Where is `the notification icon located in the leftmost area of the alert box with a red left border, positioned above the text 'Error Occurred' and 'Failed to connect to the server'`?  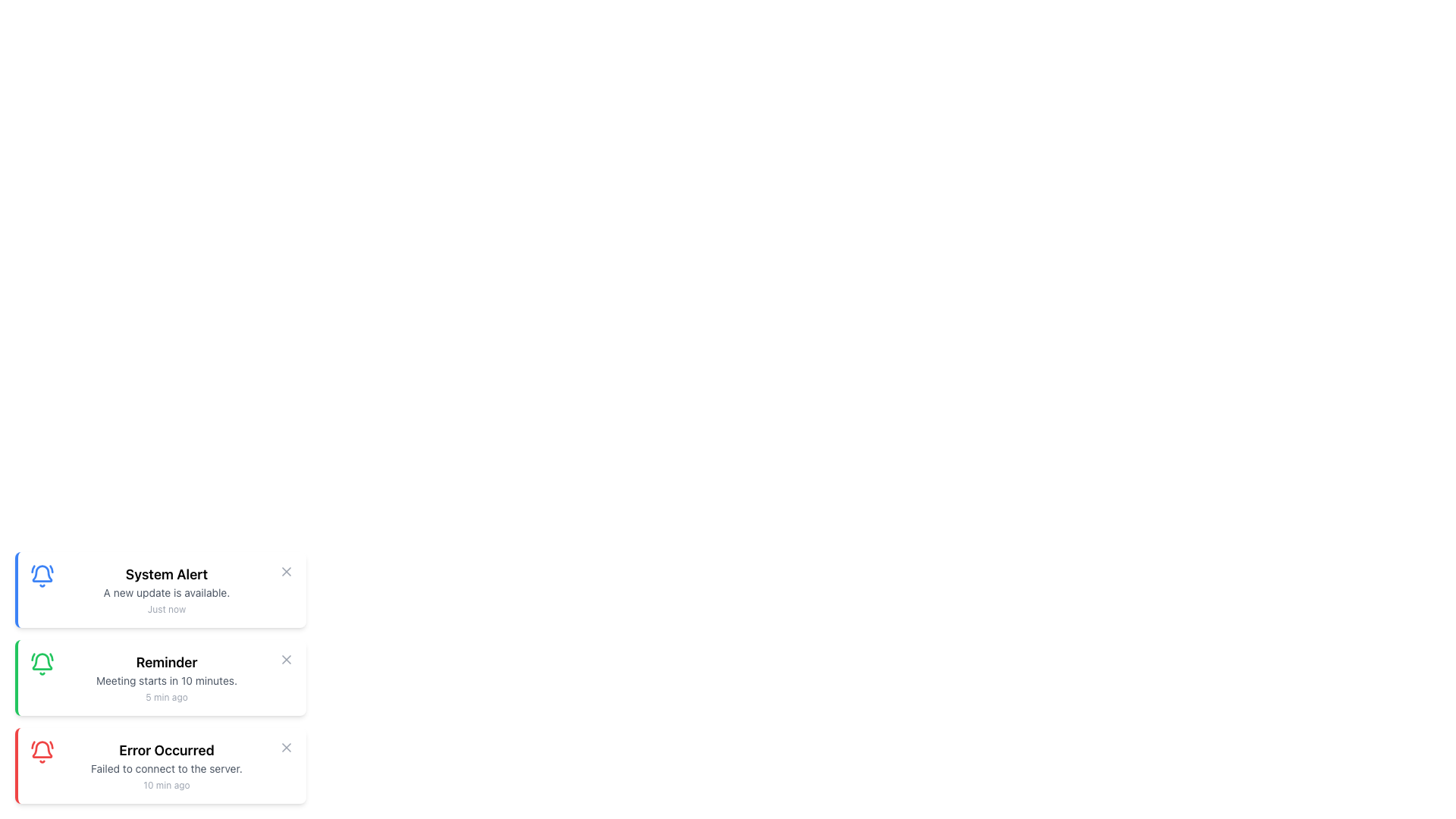
the notification icon located in the leftmost area of the alert box with a red left border, positioned above the text 'Error Occurred' and 'Failed to connect to the server' is located at coordinates (42, 752).